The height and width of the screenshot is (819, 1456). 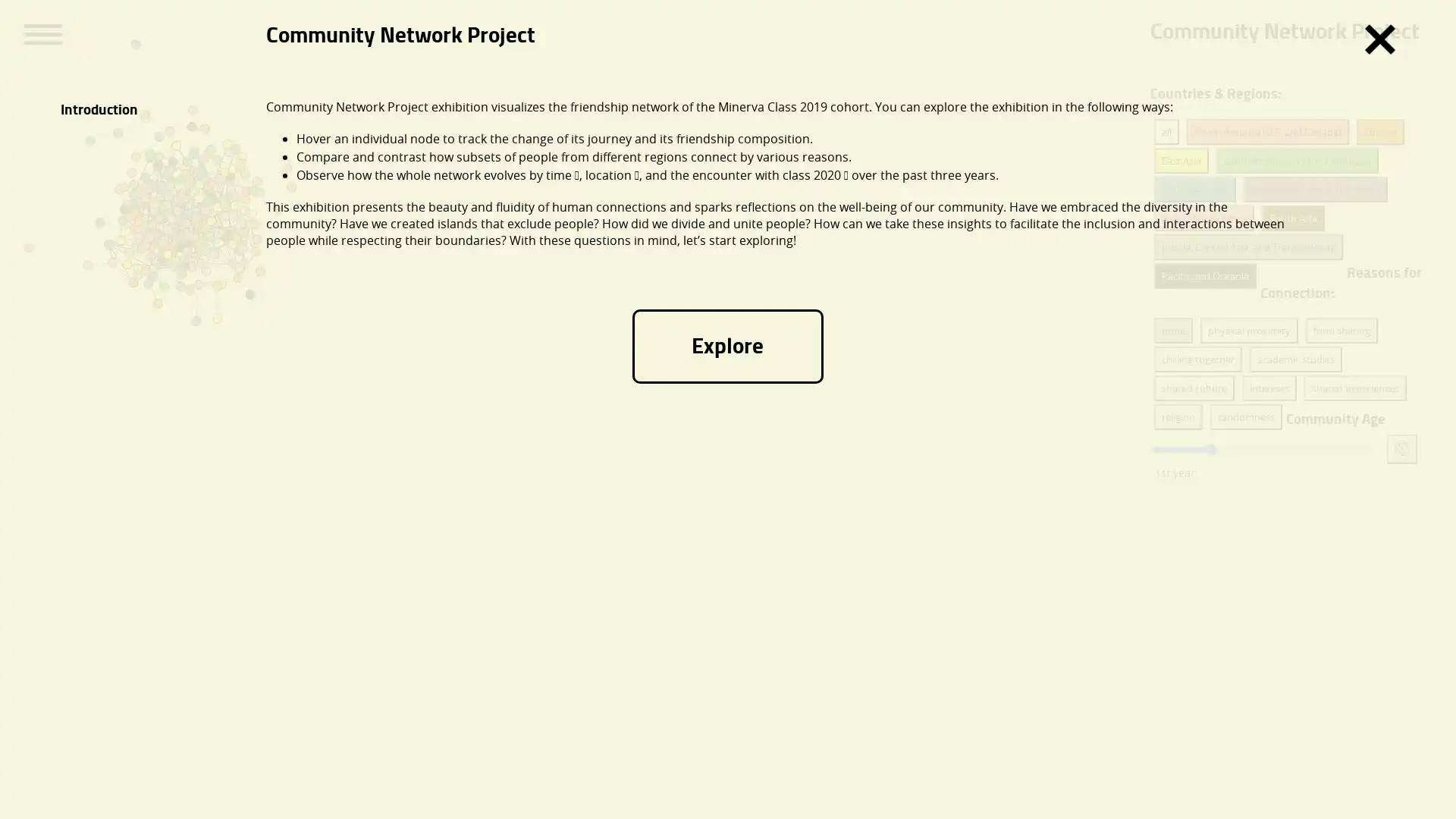 What do you see at coordinates (1248, 245) in the screenshot?
I see `Russia, Central Asia, and Transcaucasia` at bounding box center [1248, 245].